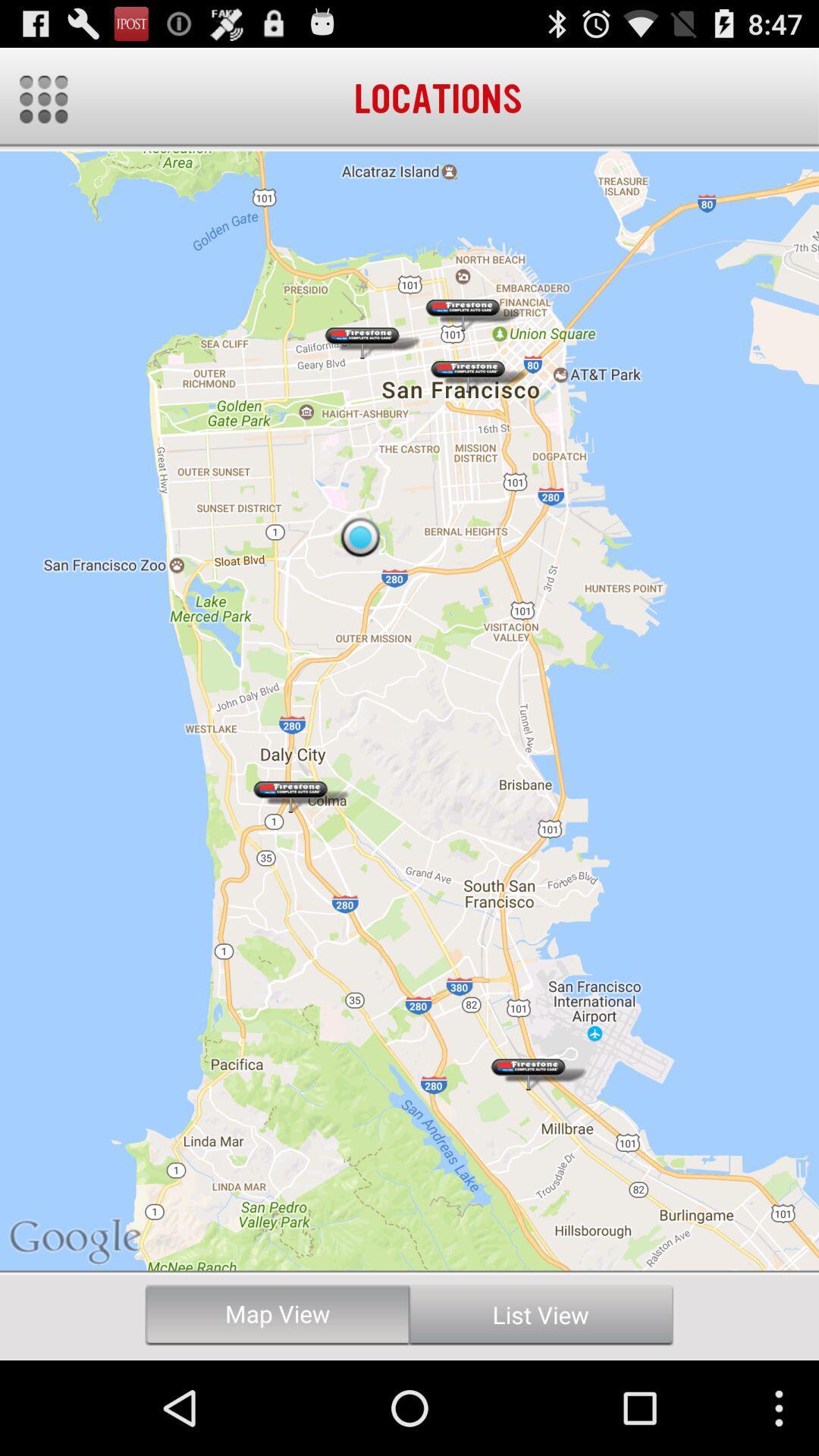 The height and width of the screenshot is (1456, 819). Describe the element at coordinates (42, 99) in the screenshot. I see `menu` at that location.